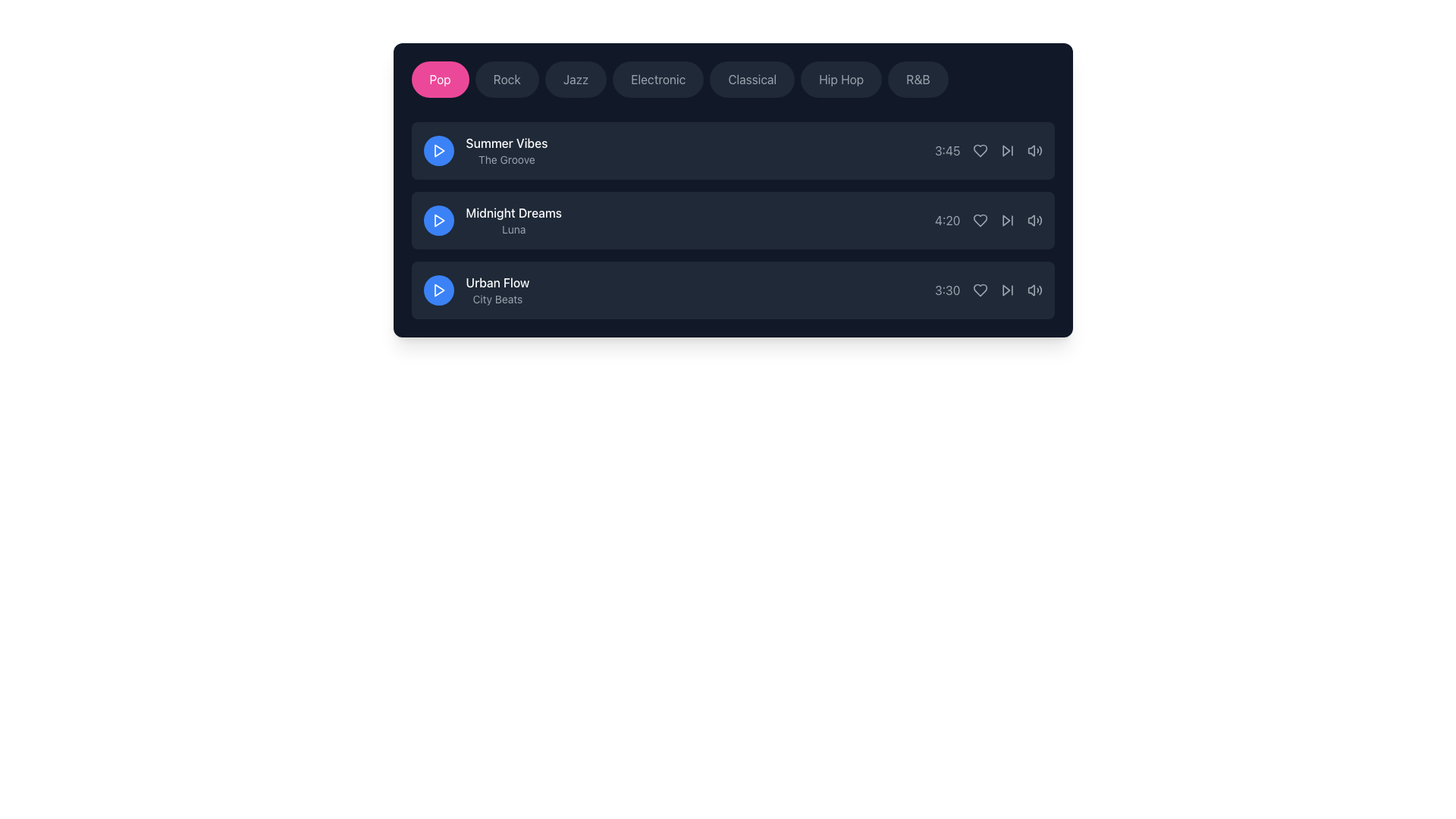  Describe the element at coordinates (507, 151) in the screenshot. I see `displayed text from the title and subtitle of the first music entry, located to the right of the circular play button with a blue background` at that location.